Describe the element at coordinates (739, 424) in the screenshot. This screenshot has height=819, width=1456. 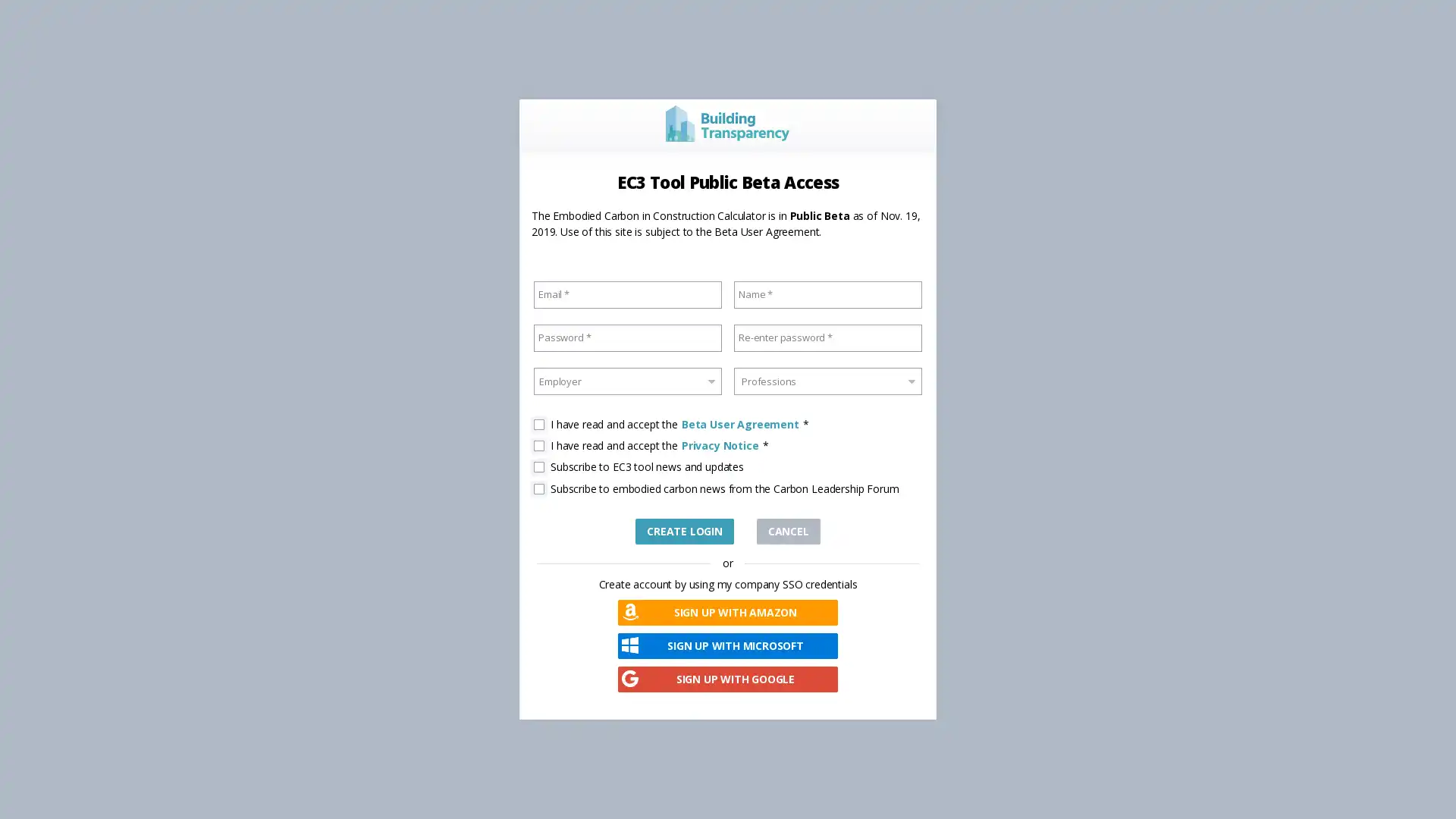
I see `Beta User Agreement` at that location.